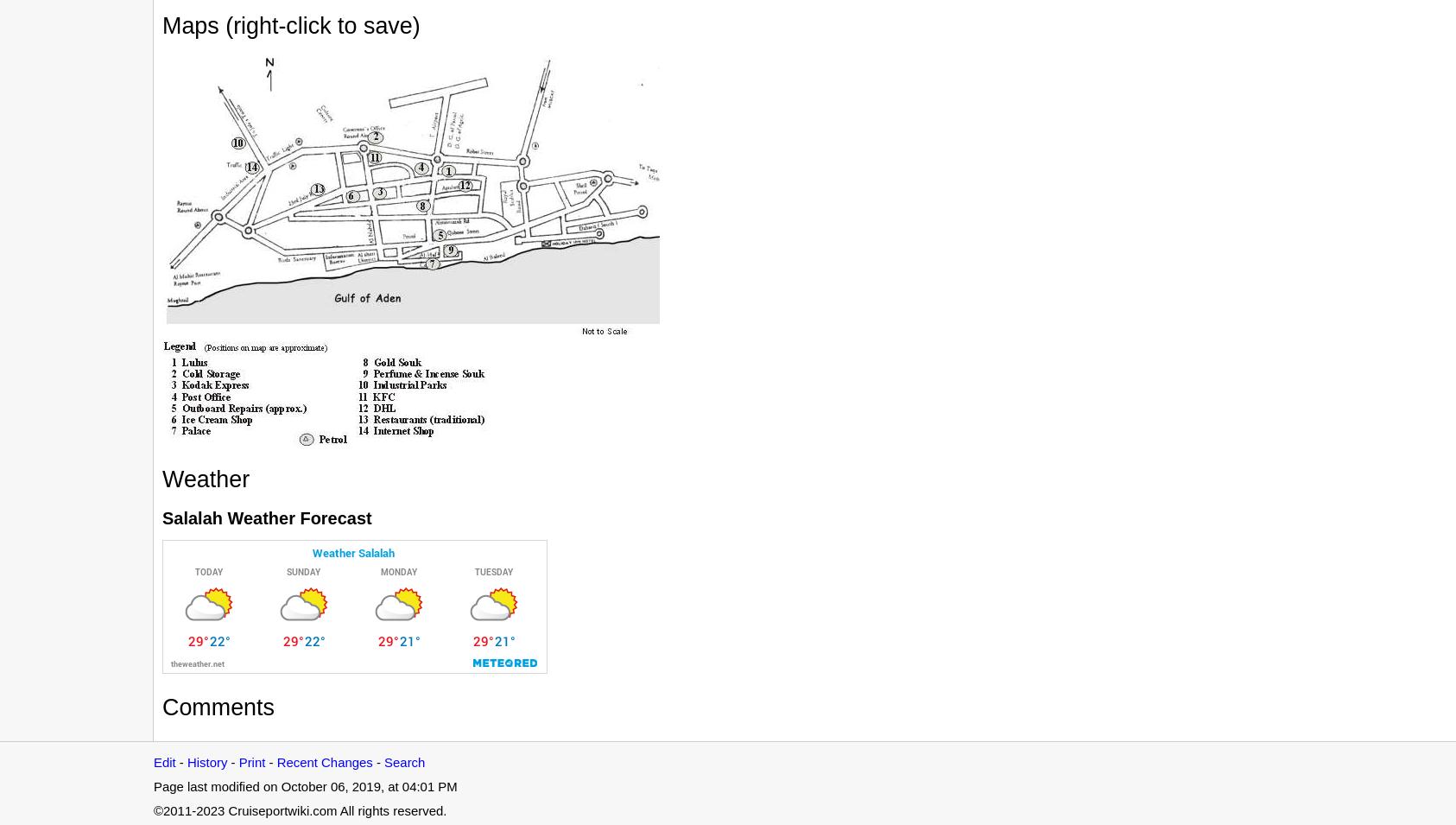  Describe the element at coordinates (154, 761) in the screenshot. I see `'Edit'` at that location.